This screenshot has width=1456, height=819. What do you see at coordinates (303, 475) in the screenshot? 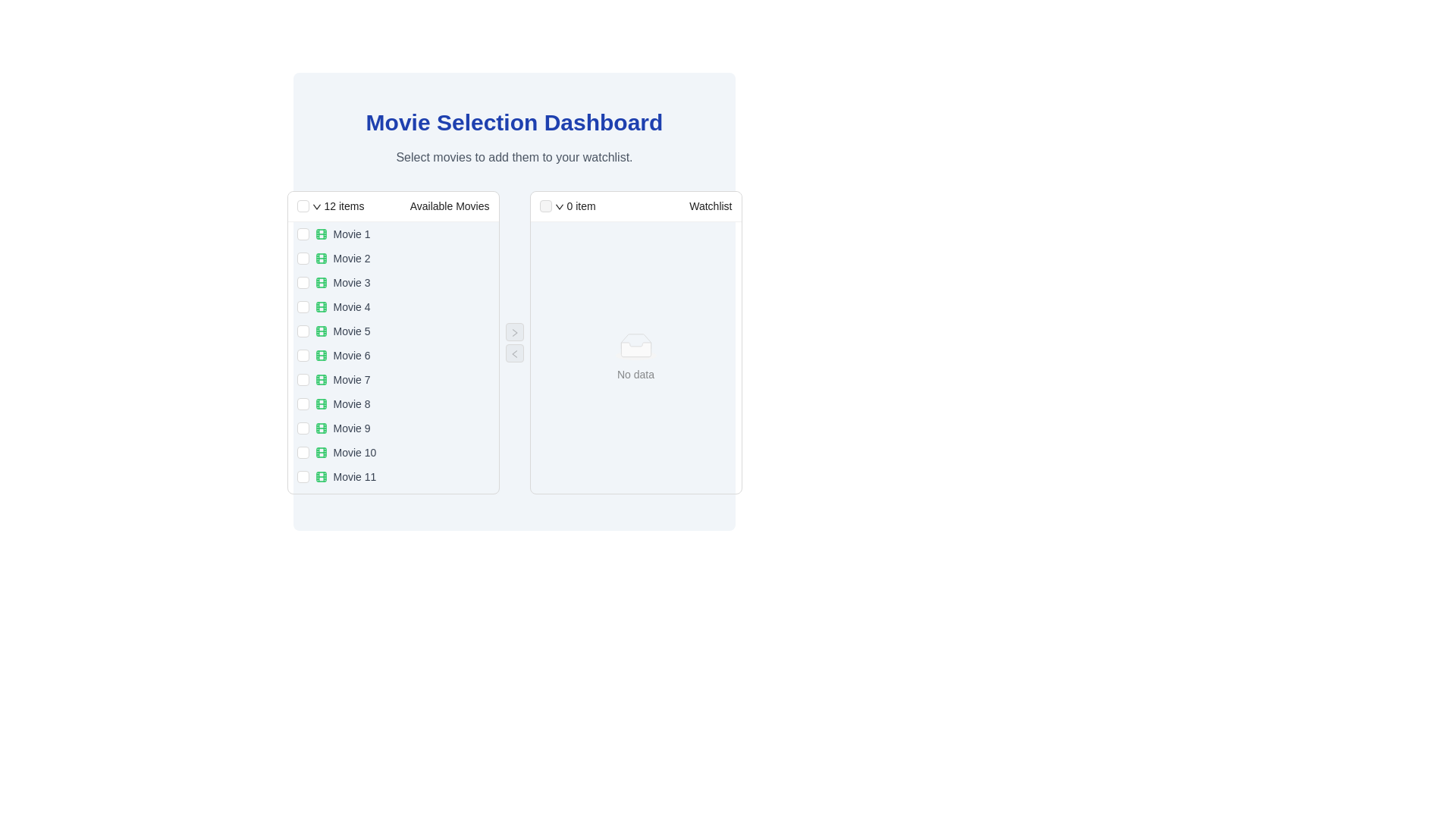
I see `the checkbox for 'Movie 11' in the 'Available Movies' list to trigger a visual focus effect` at bounding box center [303, 475].